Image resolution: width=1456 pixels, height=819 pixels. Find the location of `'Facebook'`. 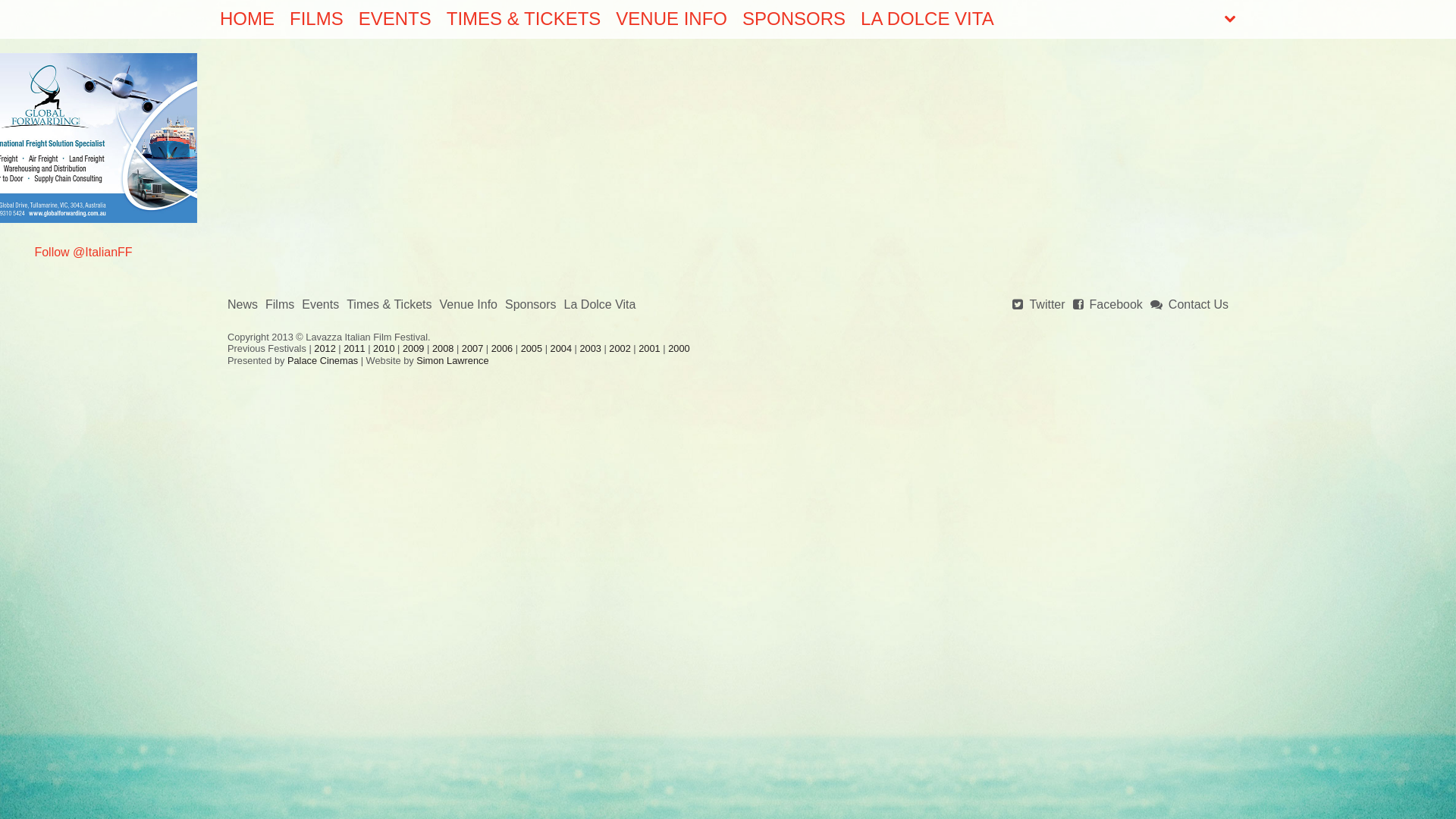

'Facebook' is located at coordinates (1107, 305).